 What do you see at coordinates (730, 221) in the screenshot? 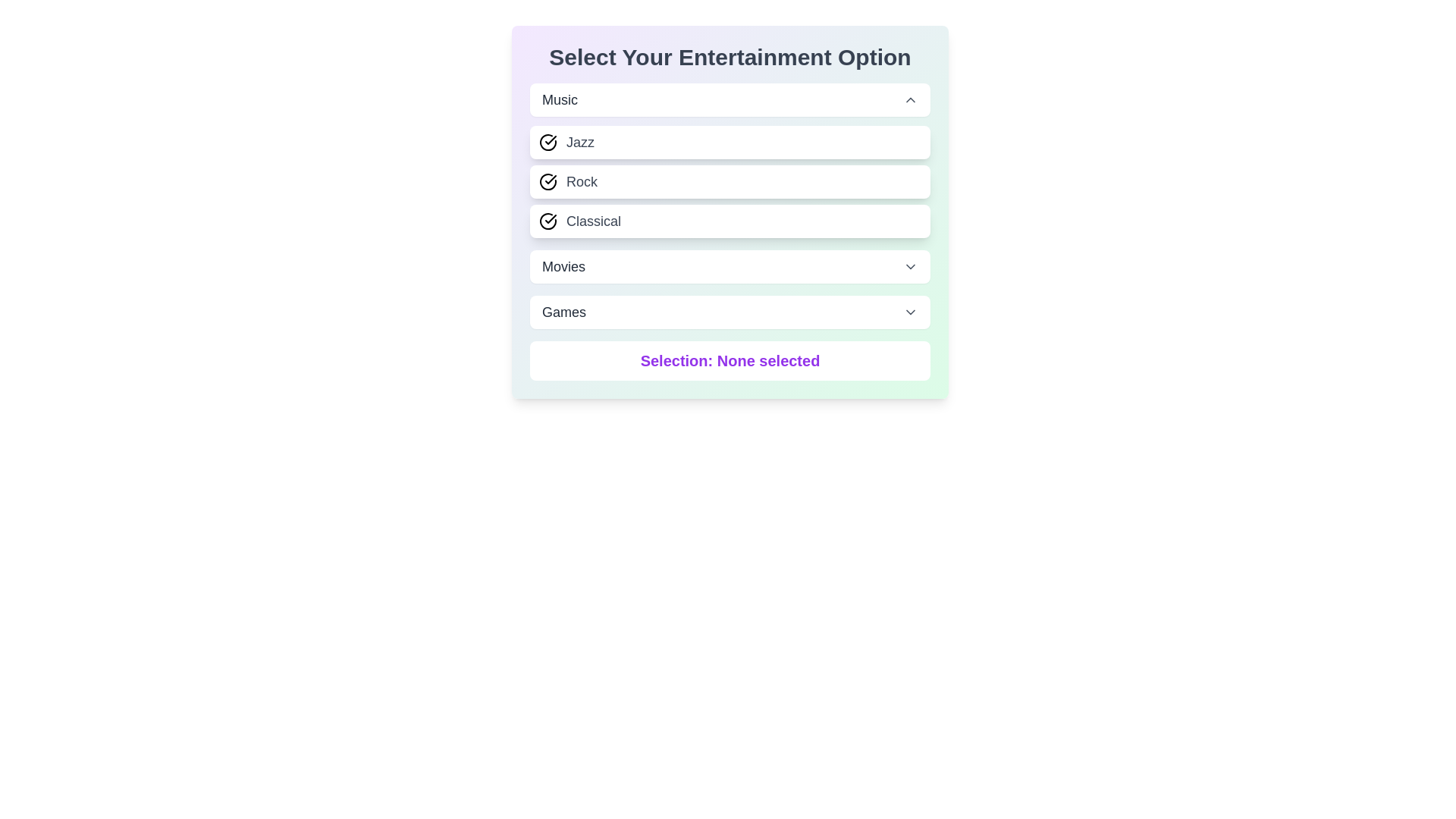
I see `the 'Classical' selectable option in the 'Music' category, which is the third option under Music and is centered horizontally` at bounding box center [730, 221].